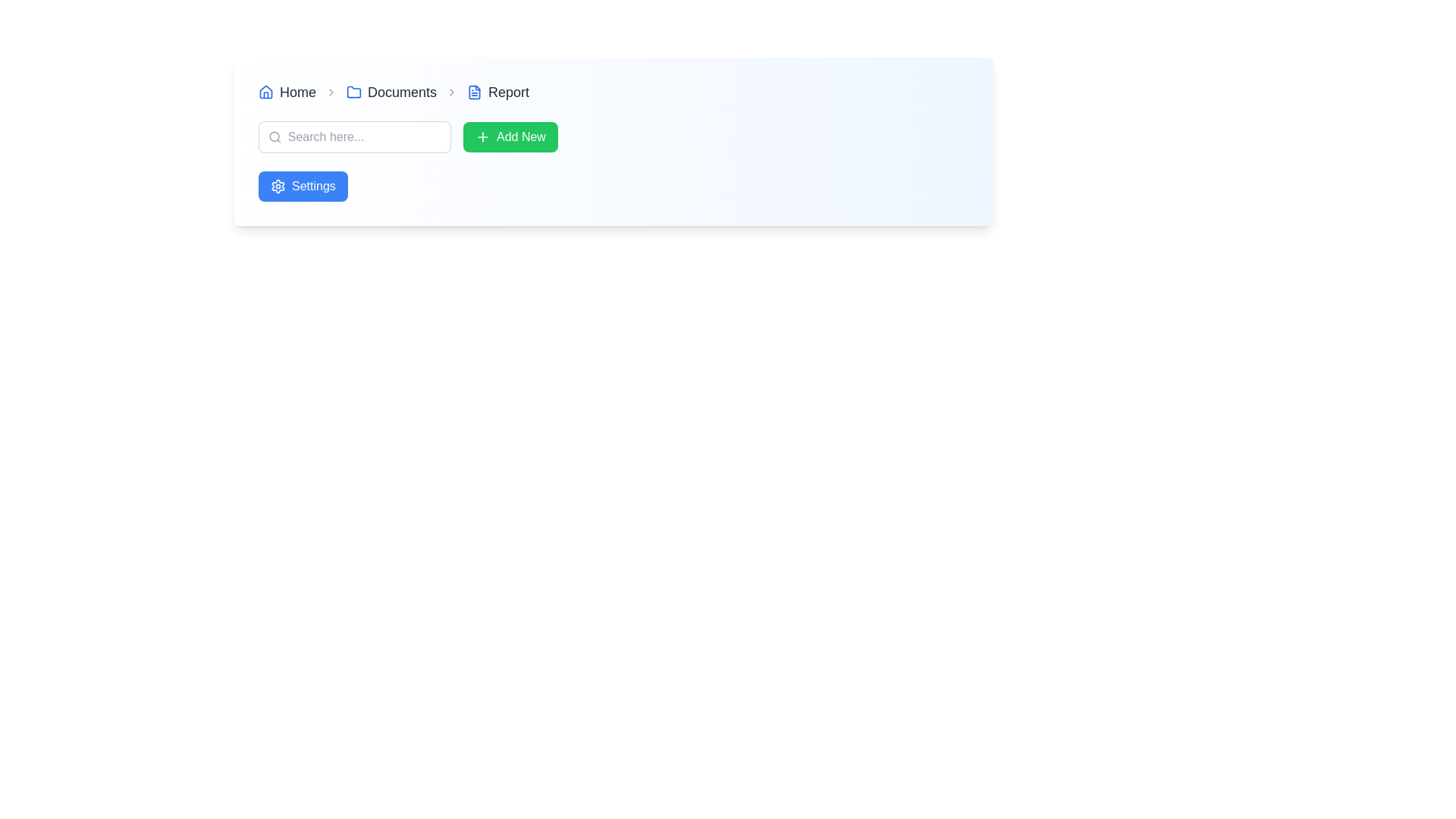 The width and height of the screenshot is (1456, 819). What do you see at coordinates (498, 93) in the screenshot?
I see `the 'Report' text label, which is the last element in the breadcrumb navigation indicating 'Home > Documents > Report'` at bounding box center [498, 93].